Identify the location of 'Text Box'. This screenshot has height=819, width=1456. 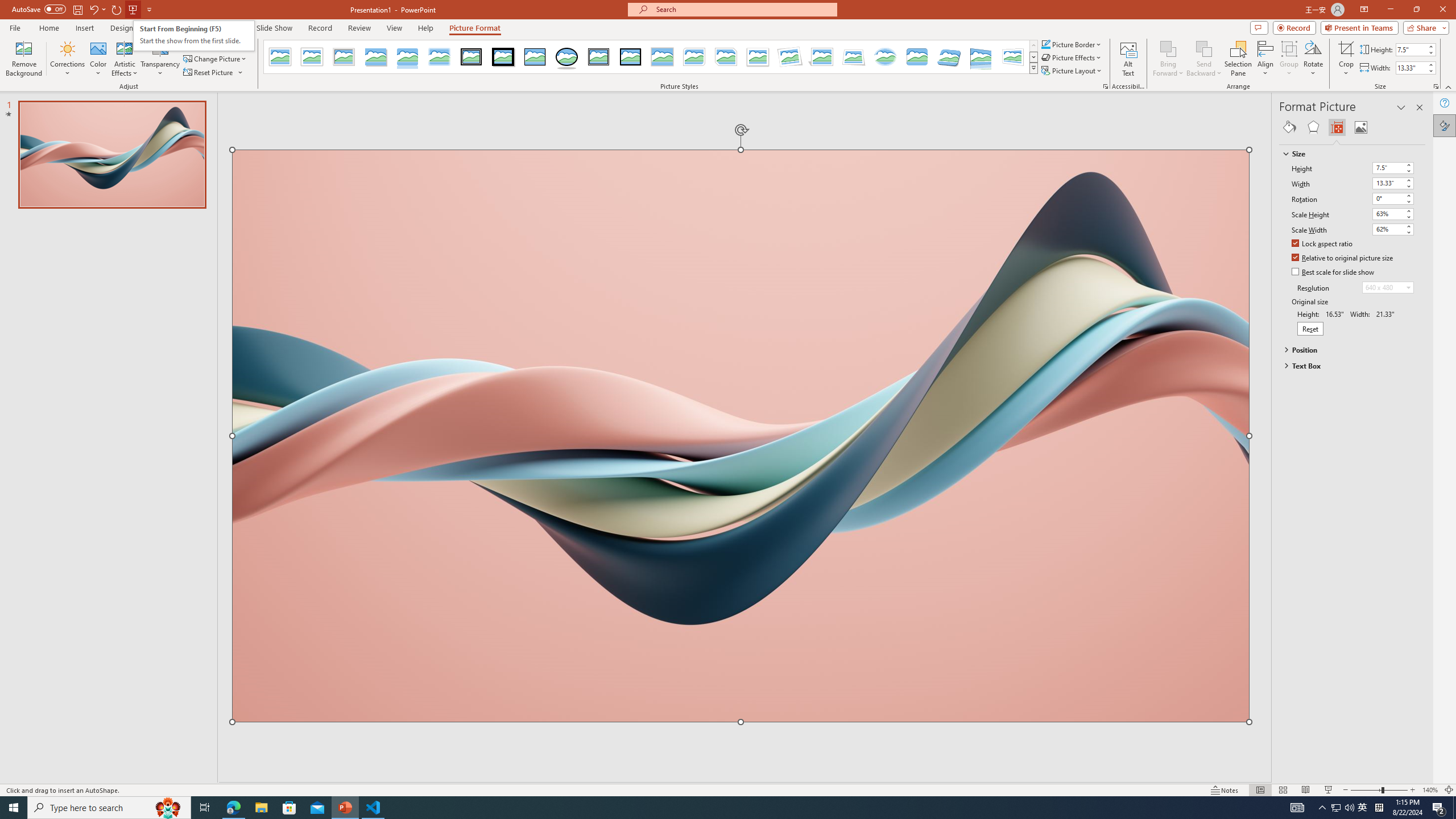
(1347, 365).